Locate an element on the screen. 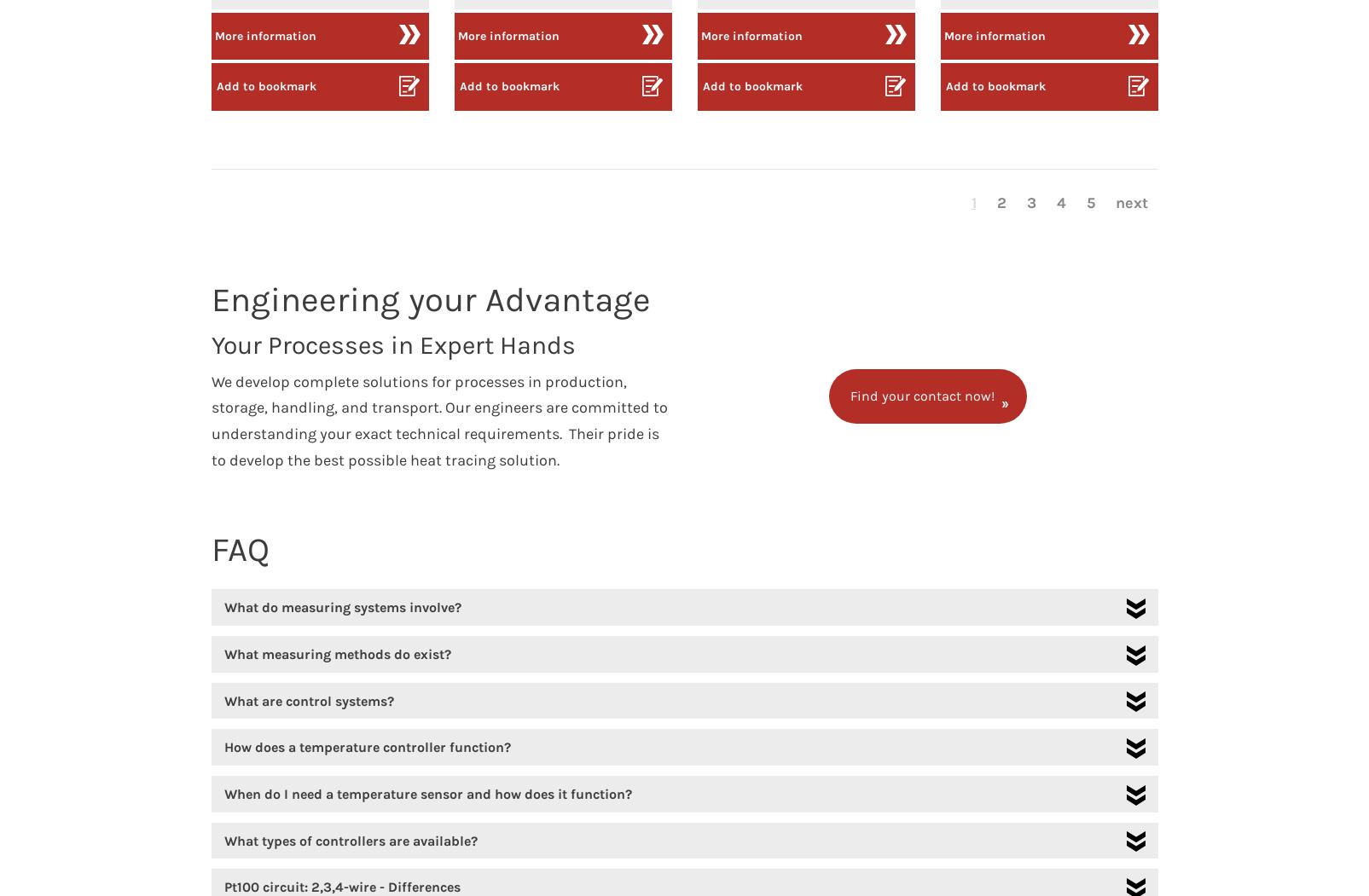 The width and height of the screenshot is (1369, 896). 'How does a temperature controller function?' is located at coordinates (365, 746).